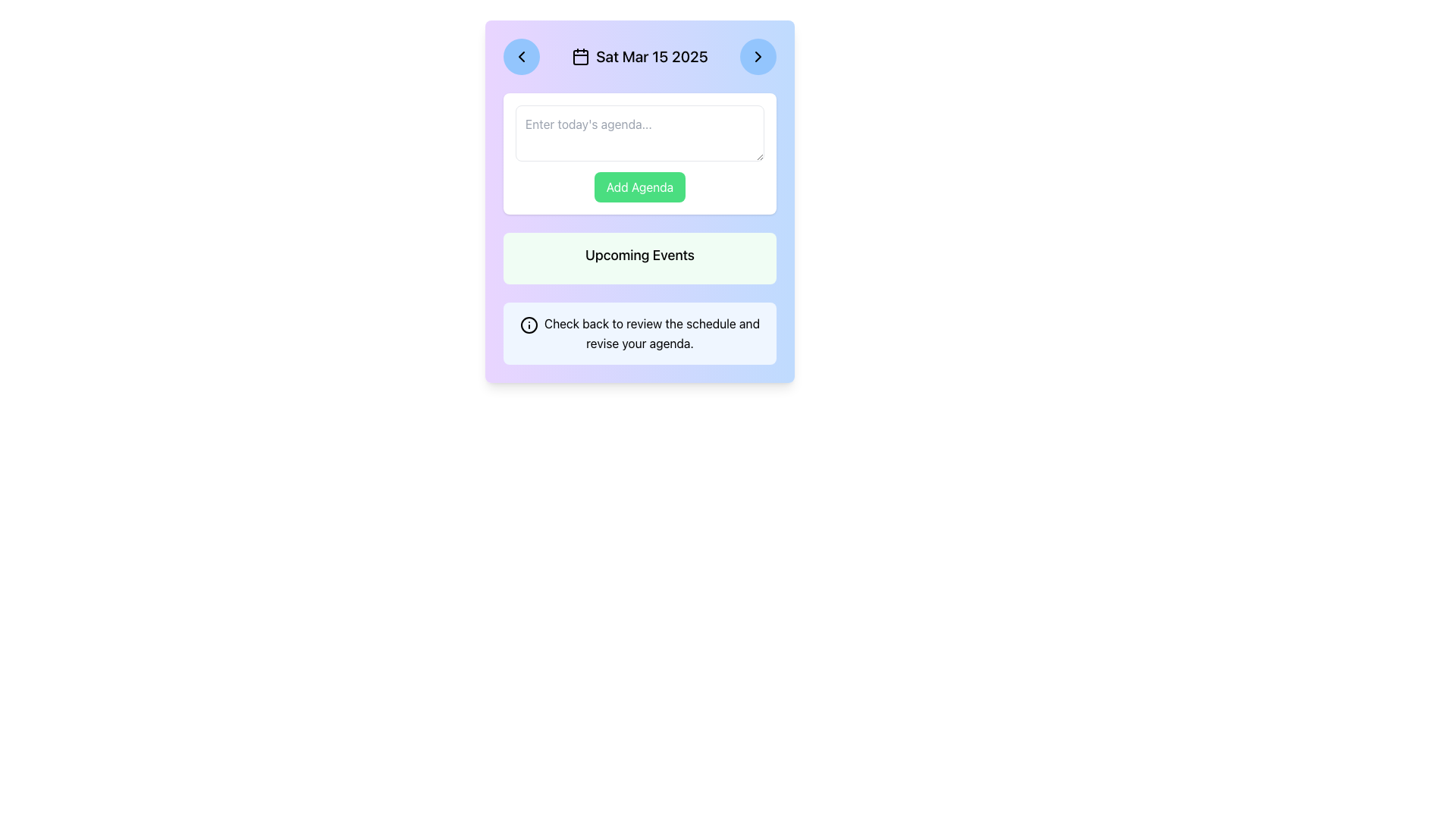  Describe the element at coordinates (521, 55) in the screenshot. I see `the circular button with a light blue background and a chevron-left icon` at that location.